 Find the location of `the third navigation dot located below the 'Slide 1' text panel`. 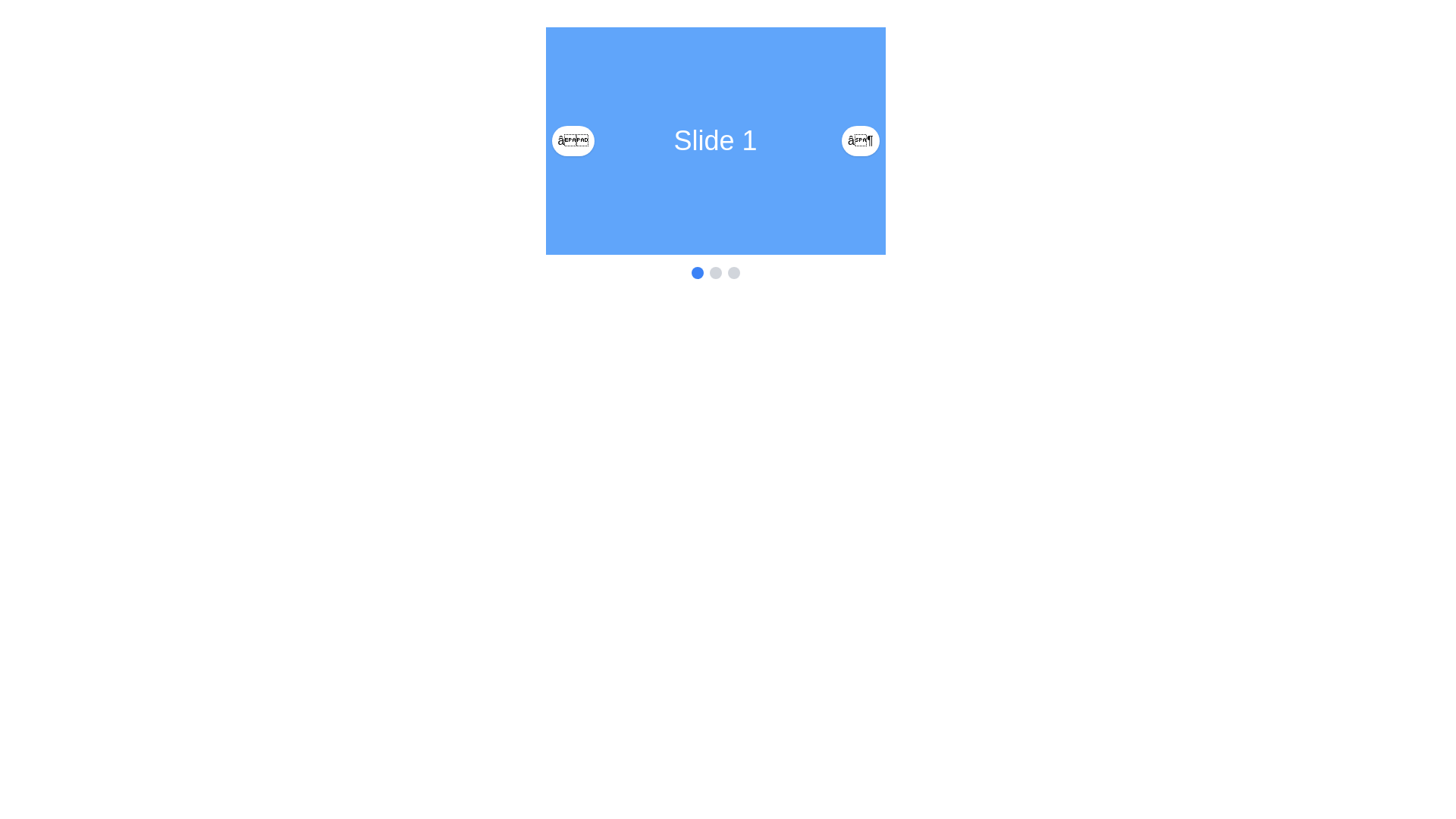

the third navigation dot located below the 'Slide 1' text panel is located at coordinates (733, 271).